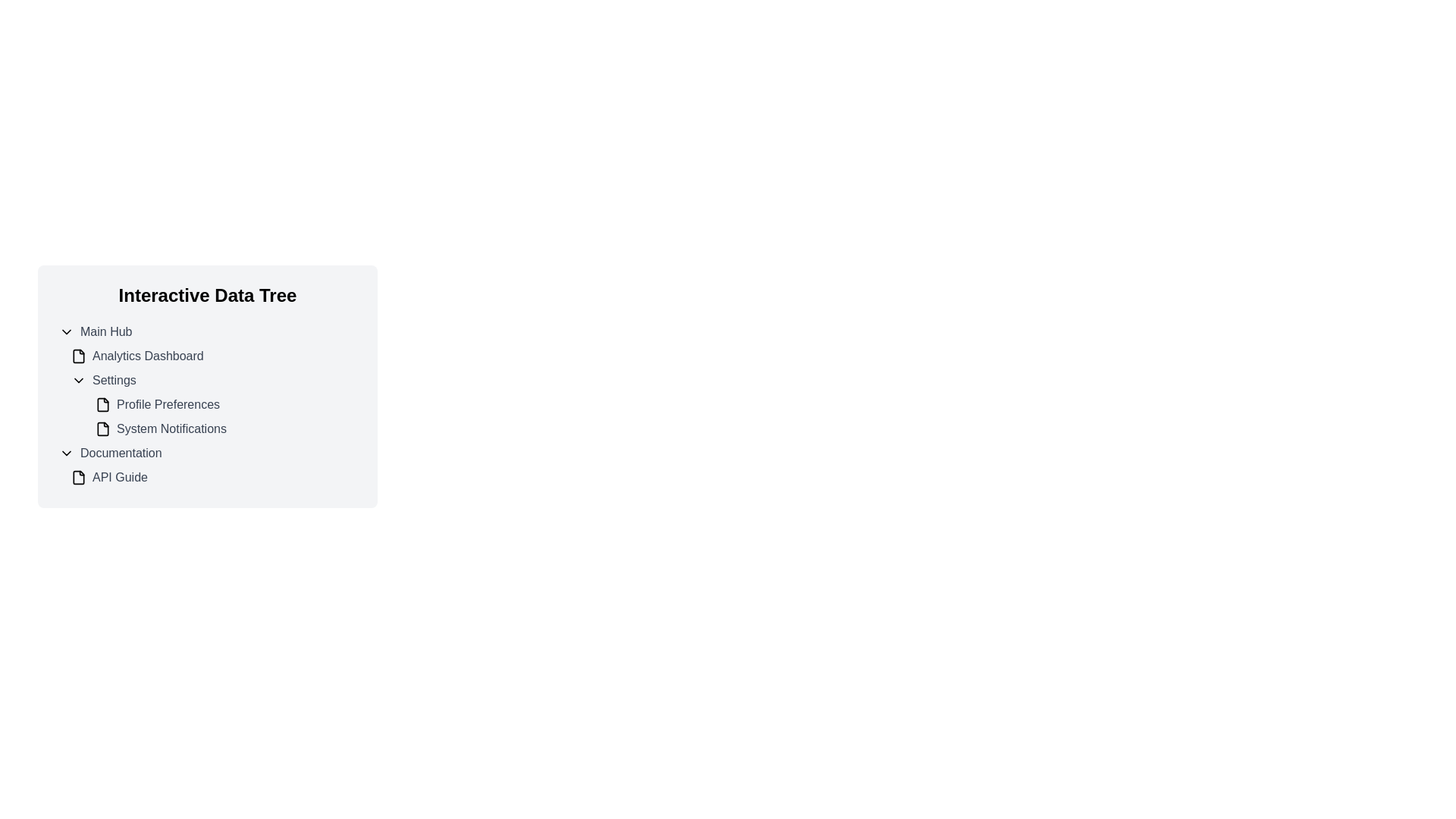 The image size is (1456, 819). What do you see at coordinates (206, 452) in the screenshot?
I see `the Collapsible menu item located below the 'Settings' section` at bounding box center [206, 452].